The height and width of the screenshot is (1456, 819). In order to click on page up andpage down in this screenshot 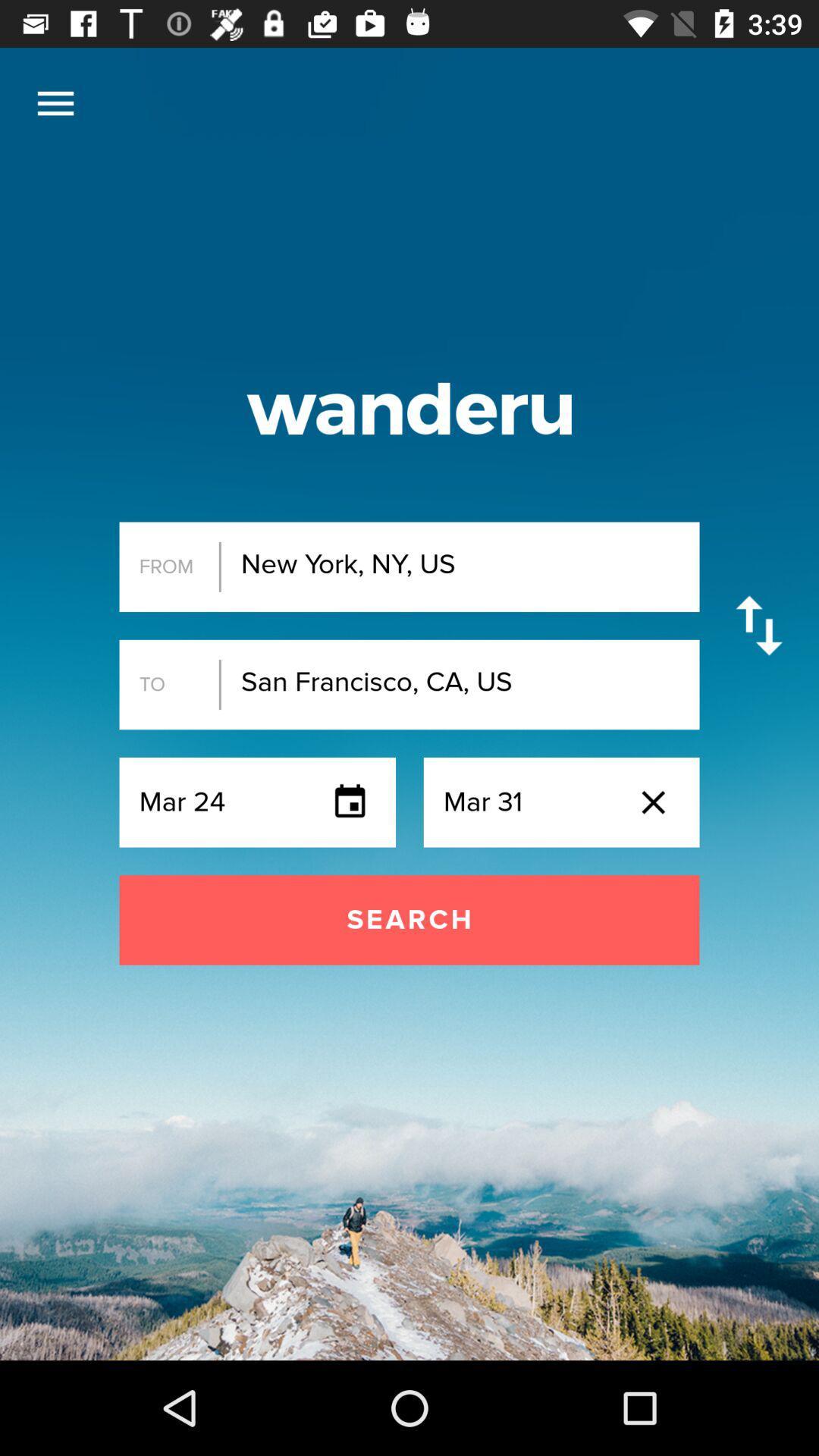, I will do `click(759, 626)`.